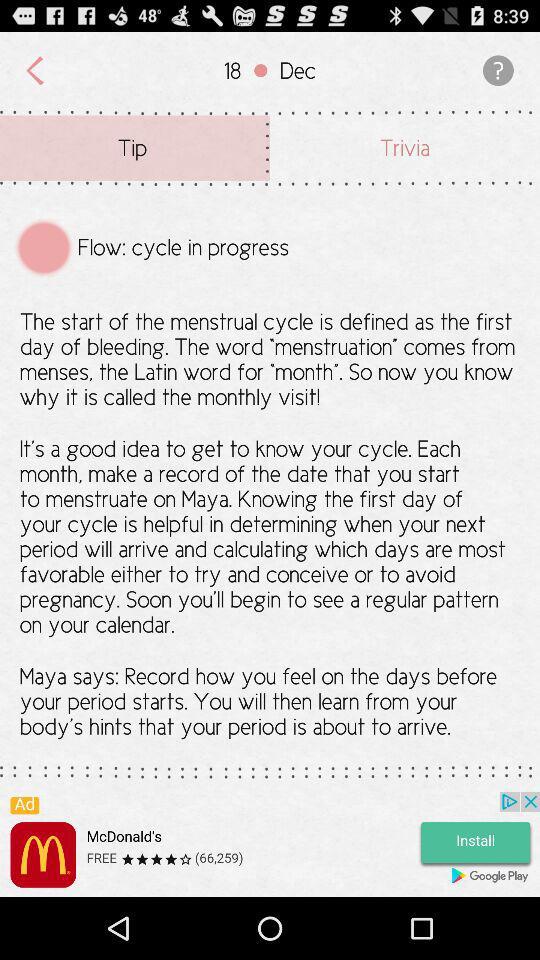  I want to click on the arrow_backward icon, so click(35, 75).